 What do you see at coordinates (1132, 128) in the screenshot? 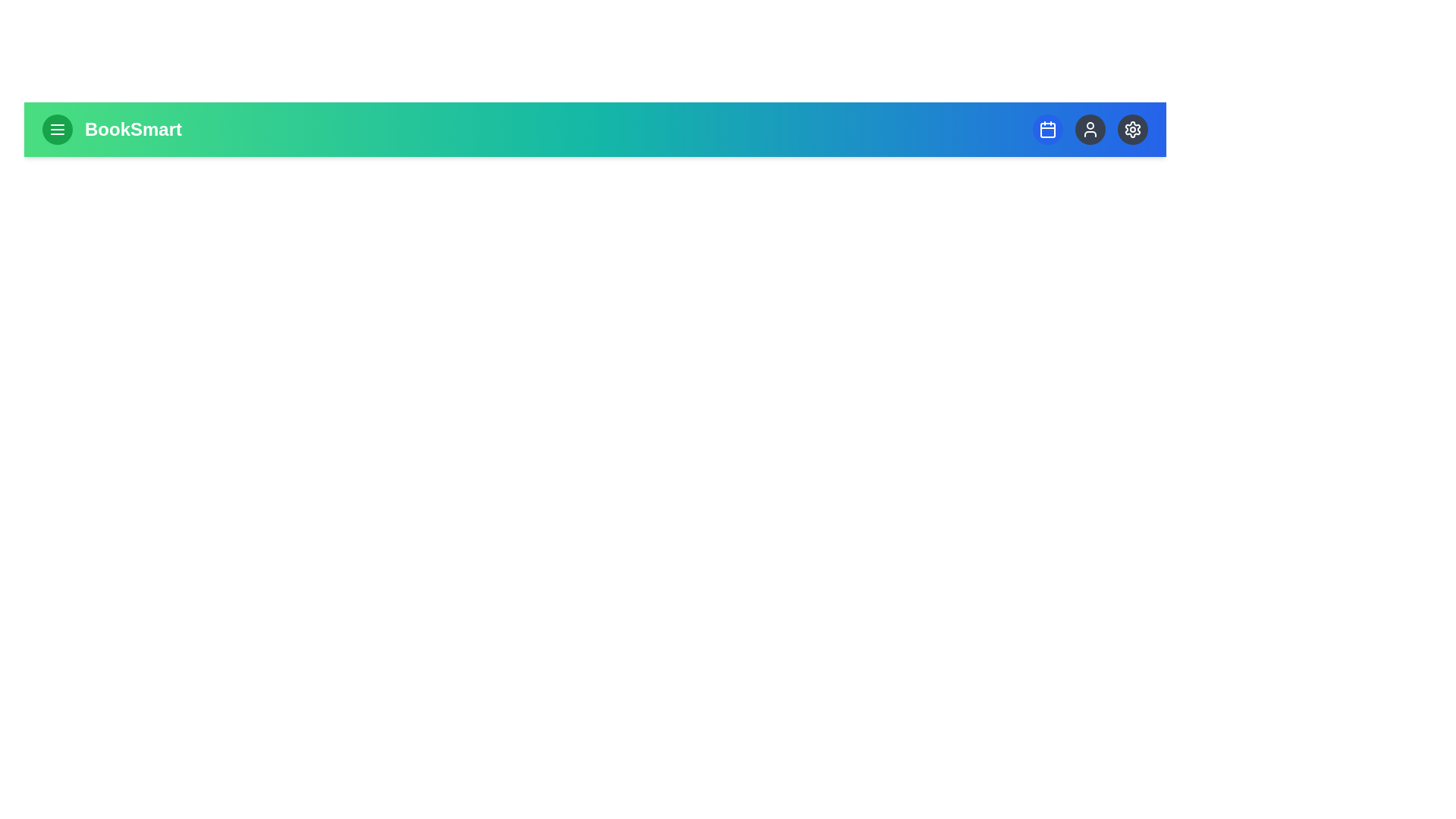
I see `the settings icon button to open the settings menu` at bounding box center [1132, 128].